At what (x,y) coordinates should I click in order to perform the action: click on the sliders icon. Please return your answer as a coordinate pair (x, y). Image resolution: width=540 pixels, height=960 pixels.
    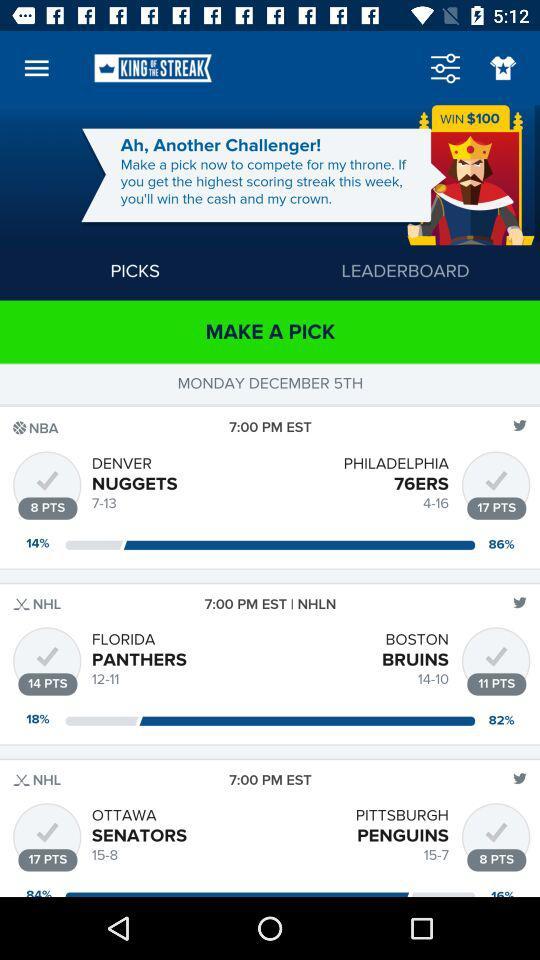
    Looking at the image, I should click on (445, 68).